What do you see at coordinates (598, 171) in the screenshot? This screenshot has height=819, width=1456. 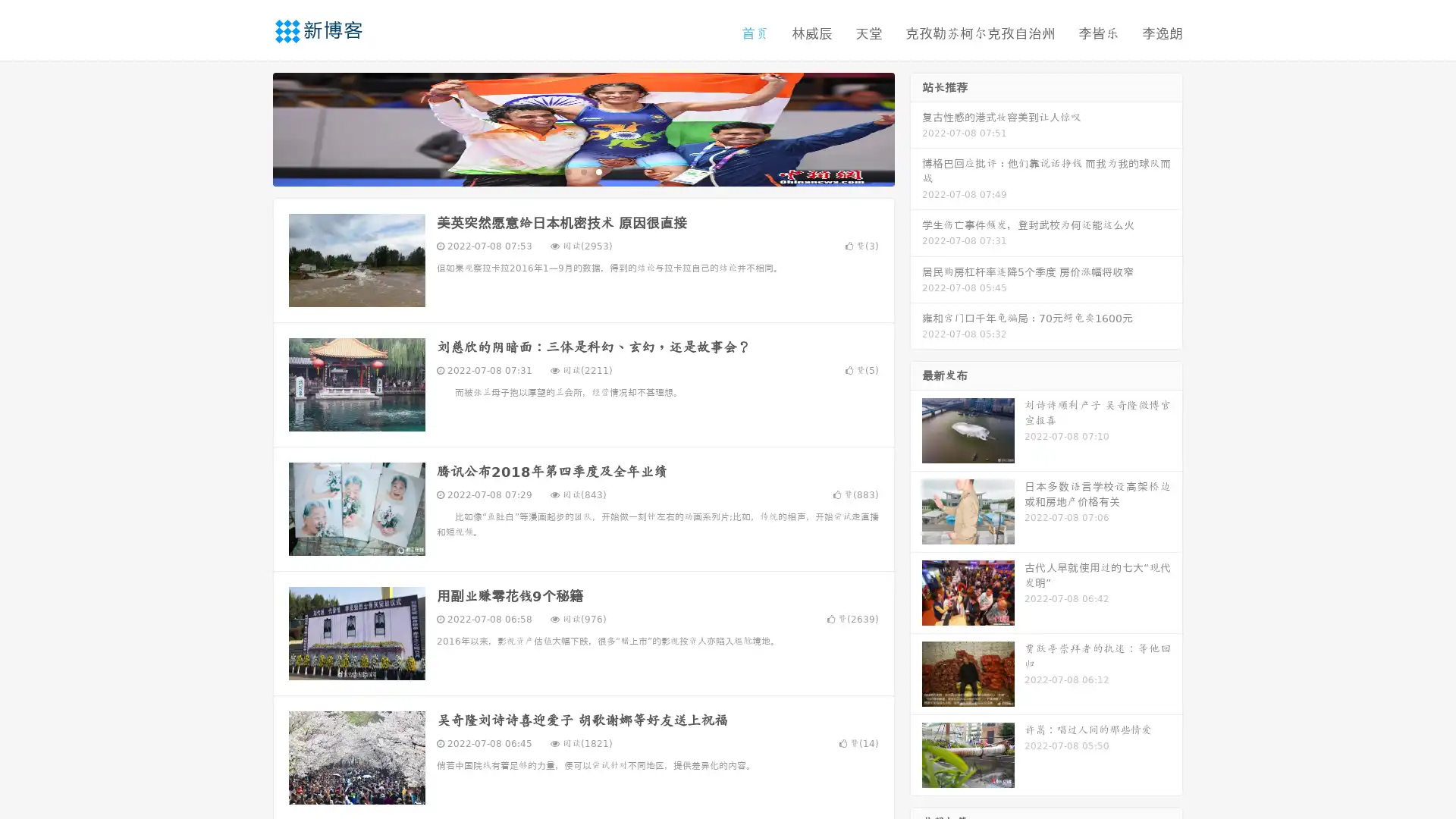 I see `Go to slide 3` at bounding box center [598, 171].